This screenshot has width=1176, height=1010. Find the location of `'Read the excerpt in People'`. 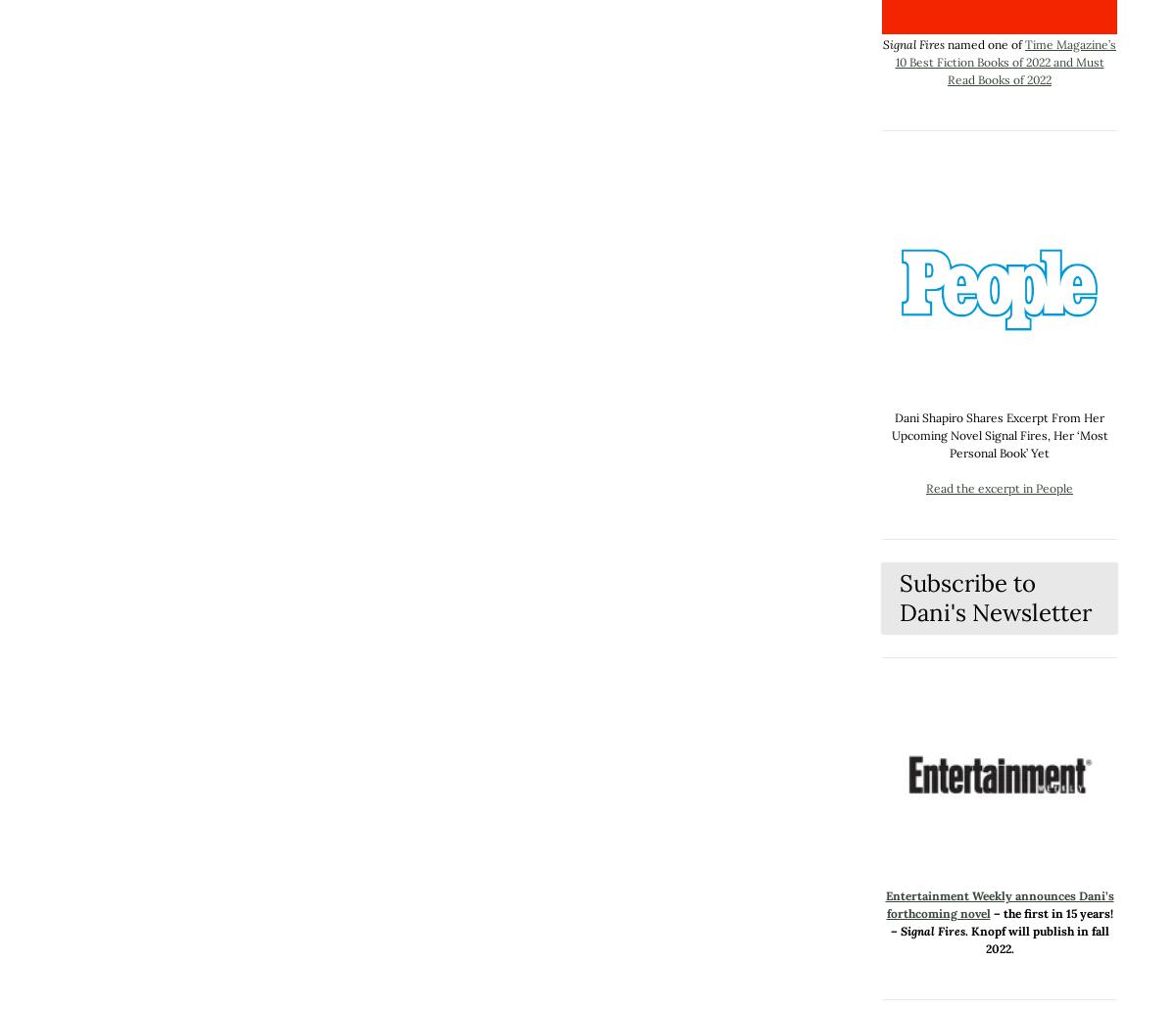

'Read the excerpt in People' is located at coordinates (1000, 488).